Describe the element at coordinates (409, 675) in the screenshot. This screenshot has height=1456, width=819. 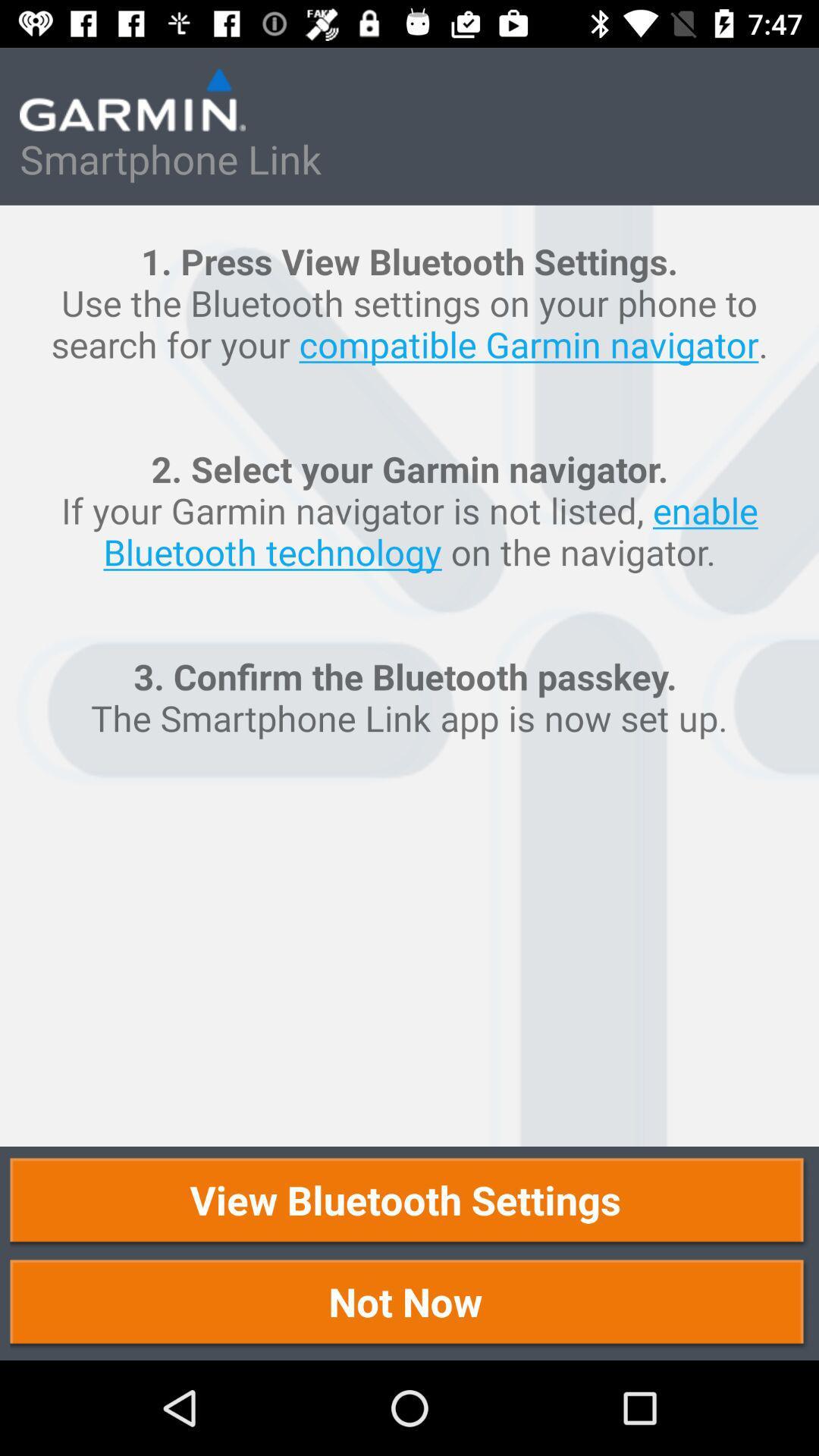
I see `1 press view item` at that location.